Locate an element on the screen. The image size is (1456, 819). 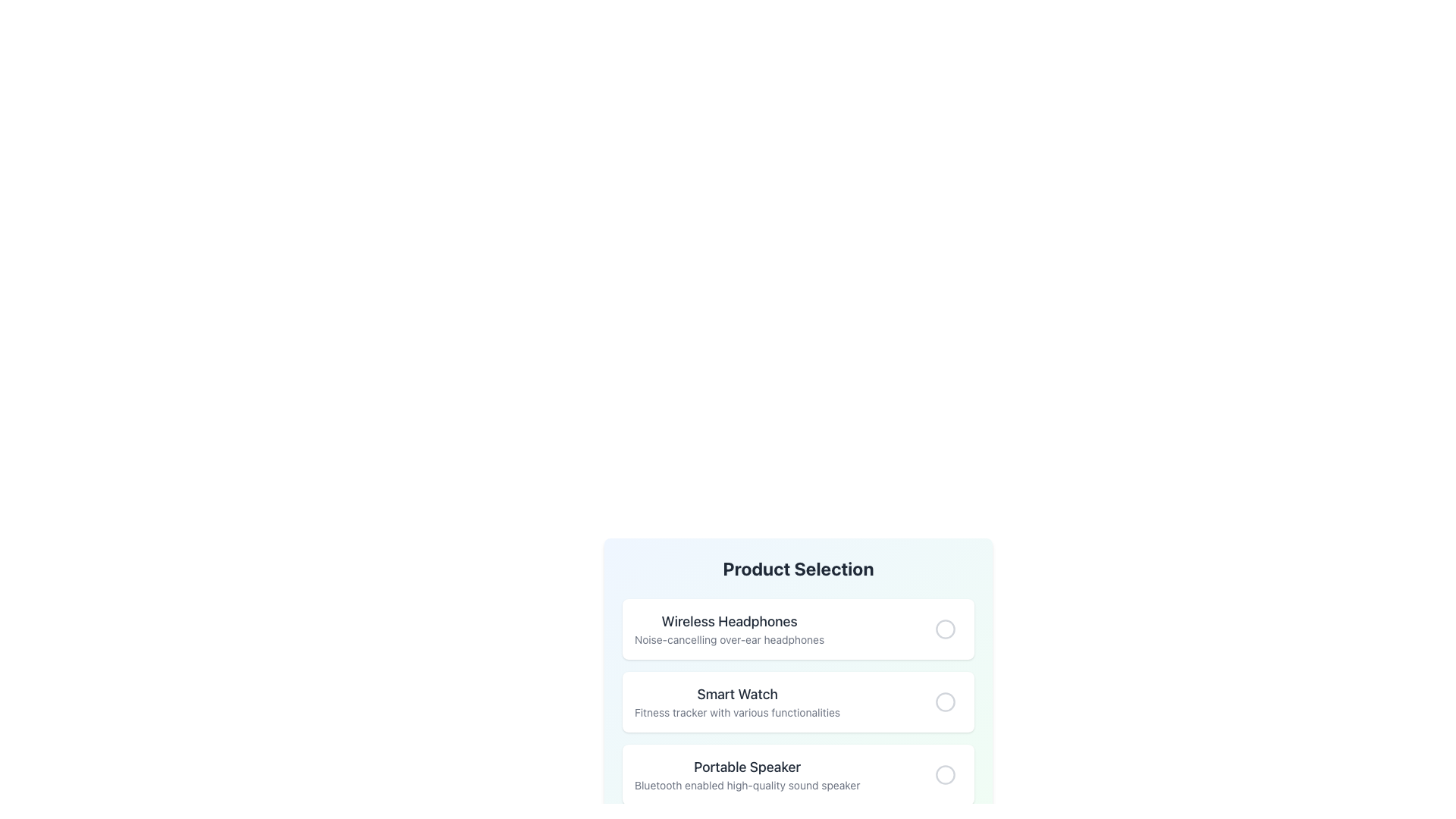
the circular selection indicator for the 'Smart Watch' option in the 'Product Selection' UI section is located at coordinates (945, 701).